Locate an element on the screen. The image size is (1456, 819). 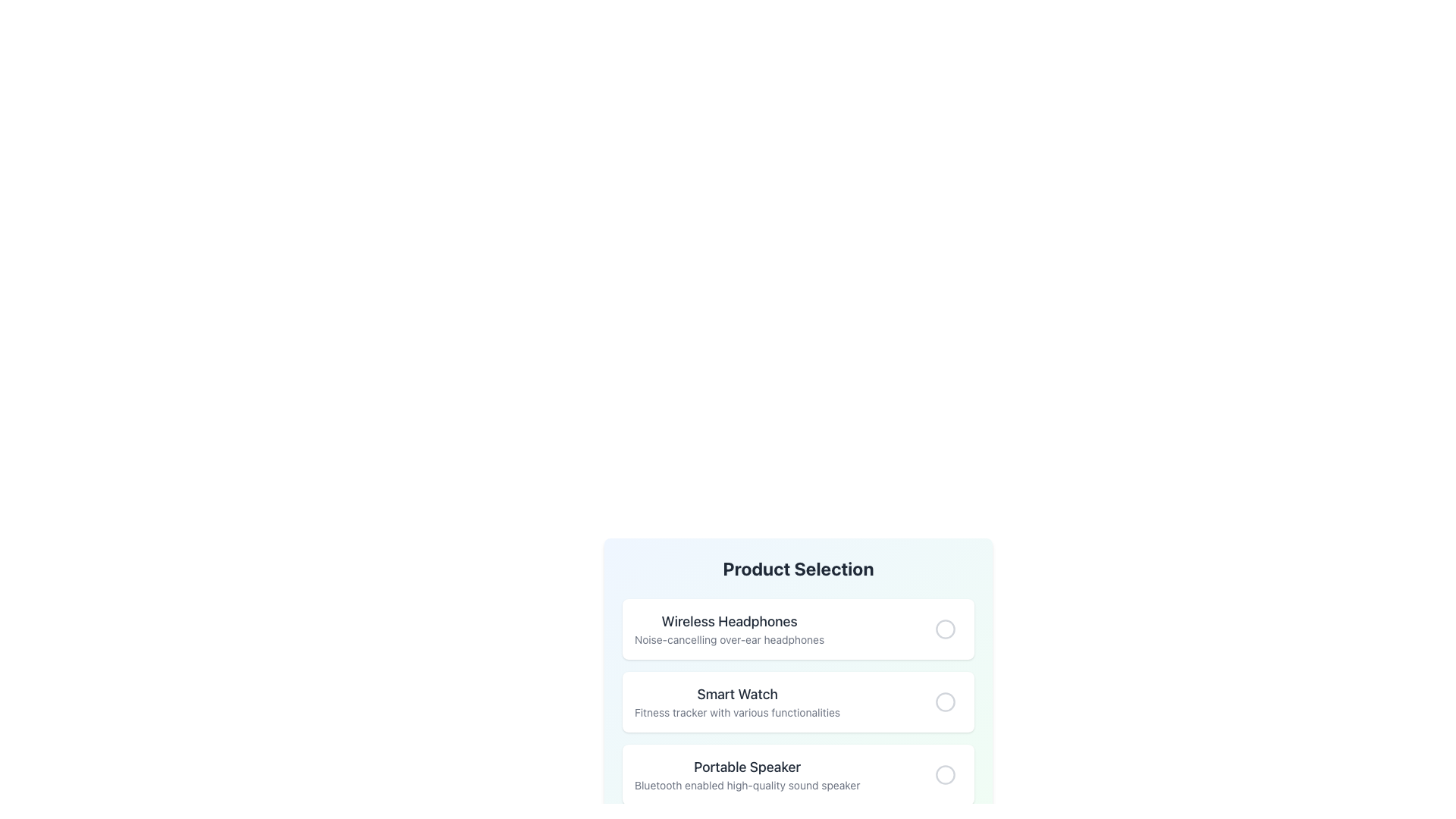
the circular selection indicator for the 'Smart Watch' option in the 'Product Selection' UI section is located at coordinates (945, 701).